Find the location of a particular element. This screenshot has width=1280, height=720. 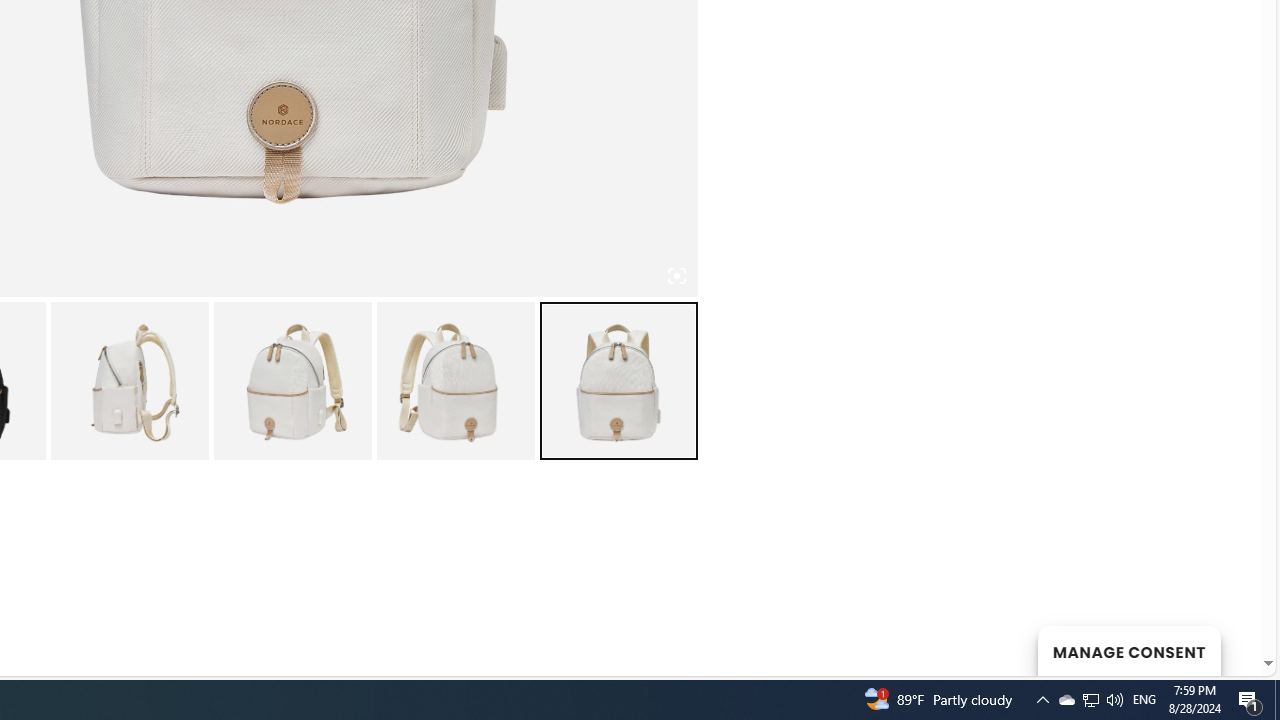

'MANAGE CONSENT' is located at coordinates (1128, 650).